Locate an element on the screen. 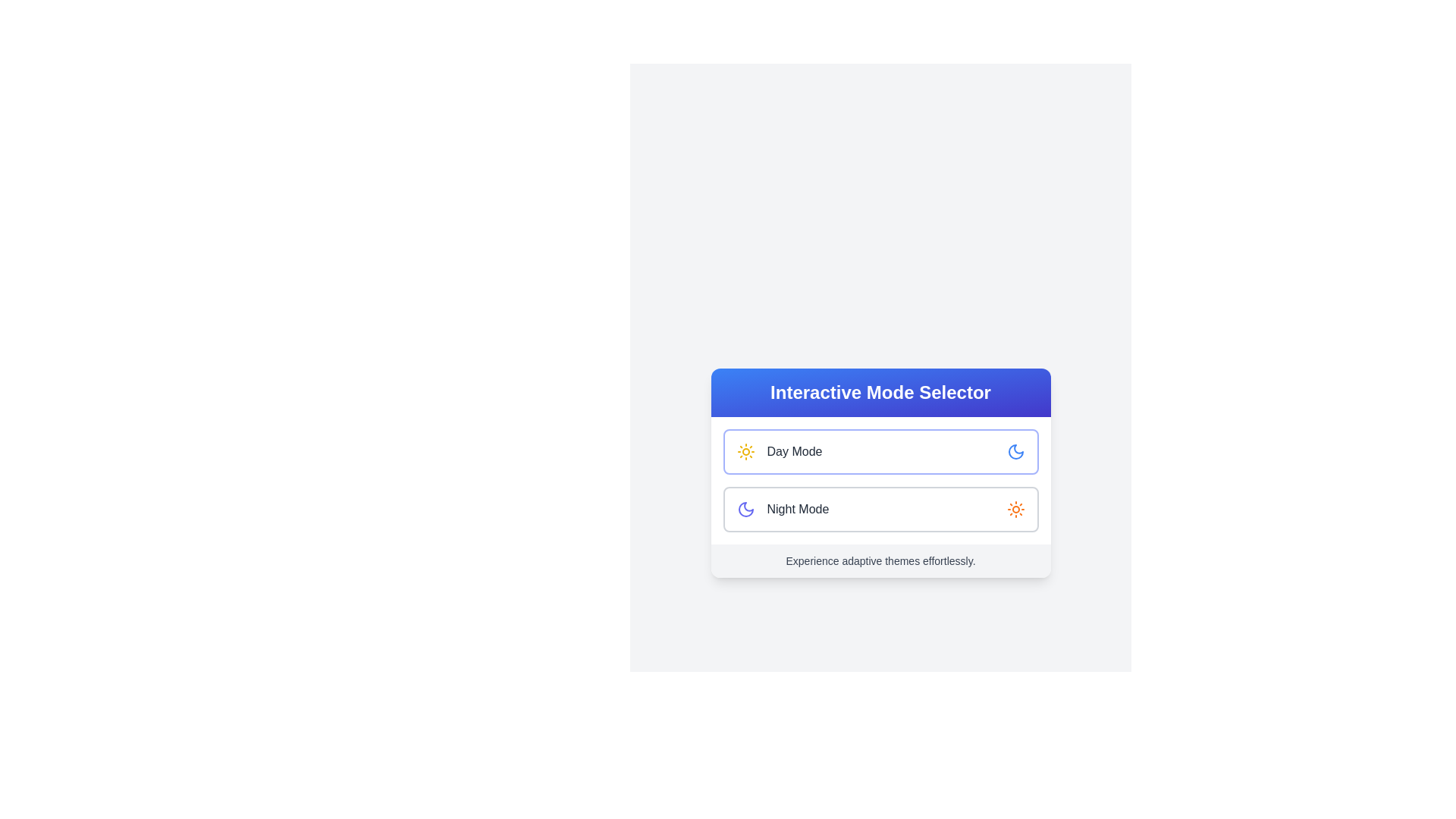  the 'Interactive Mode Selector' heading is located at coordinates (880, 391).